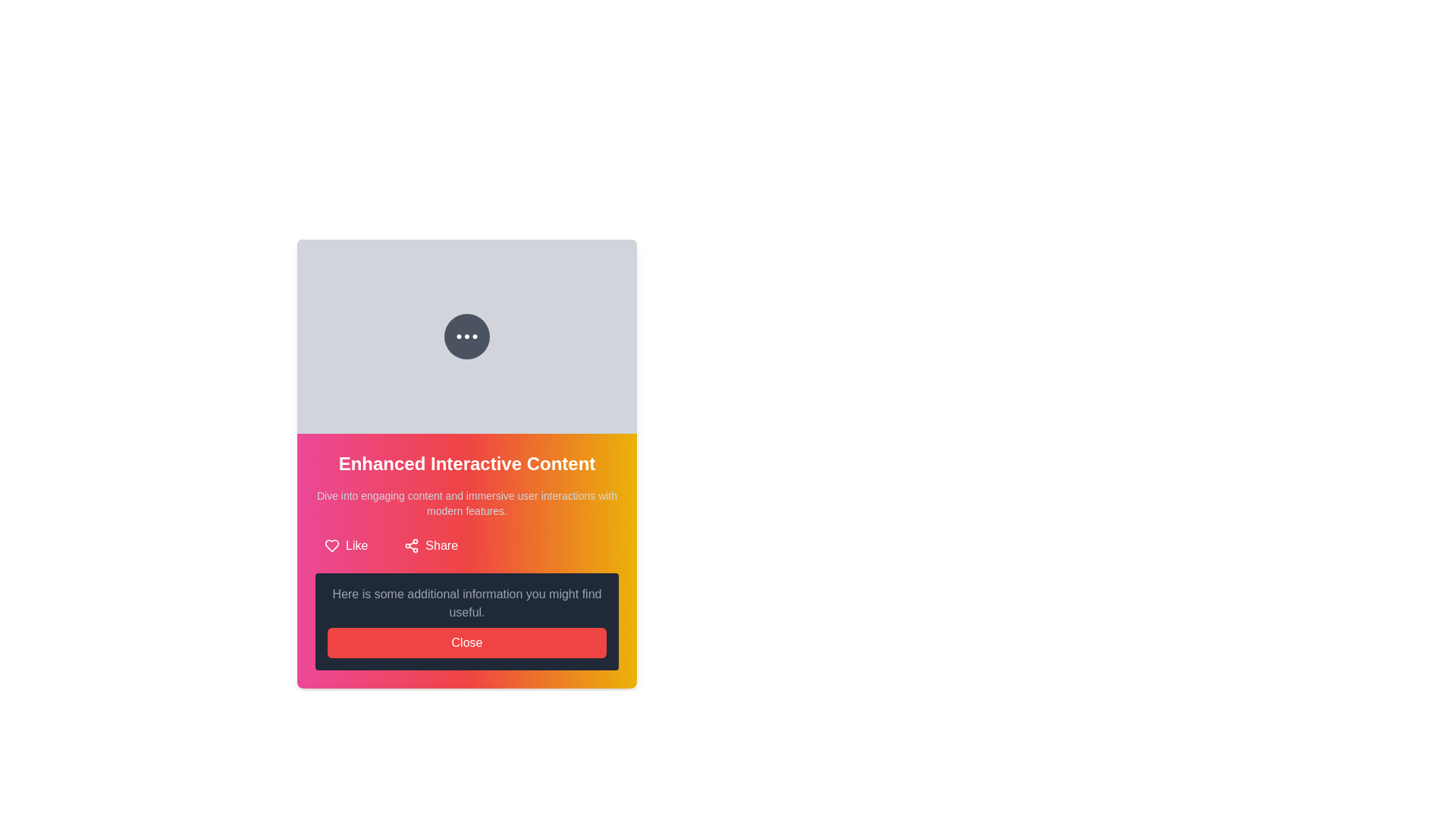 The height and width of the screenshot is (819, 1456). Describe the element at coordinates (466, 503) in the screenshot. I see `the text block displaying the message 'Dive into engaging content and immersive user interactions with modern features' which is styled with a small font size and gray color, located below the title 'Enhanced Interactive Content'` at that location.